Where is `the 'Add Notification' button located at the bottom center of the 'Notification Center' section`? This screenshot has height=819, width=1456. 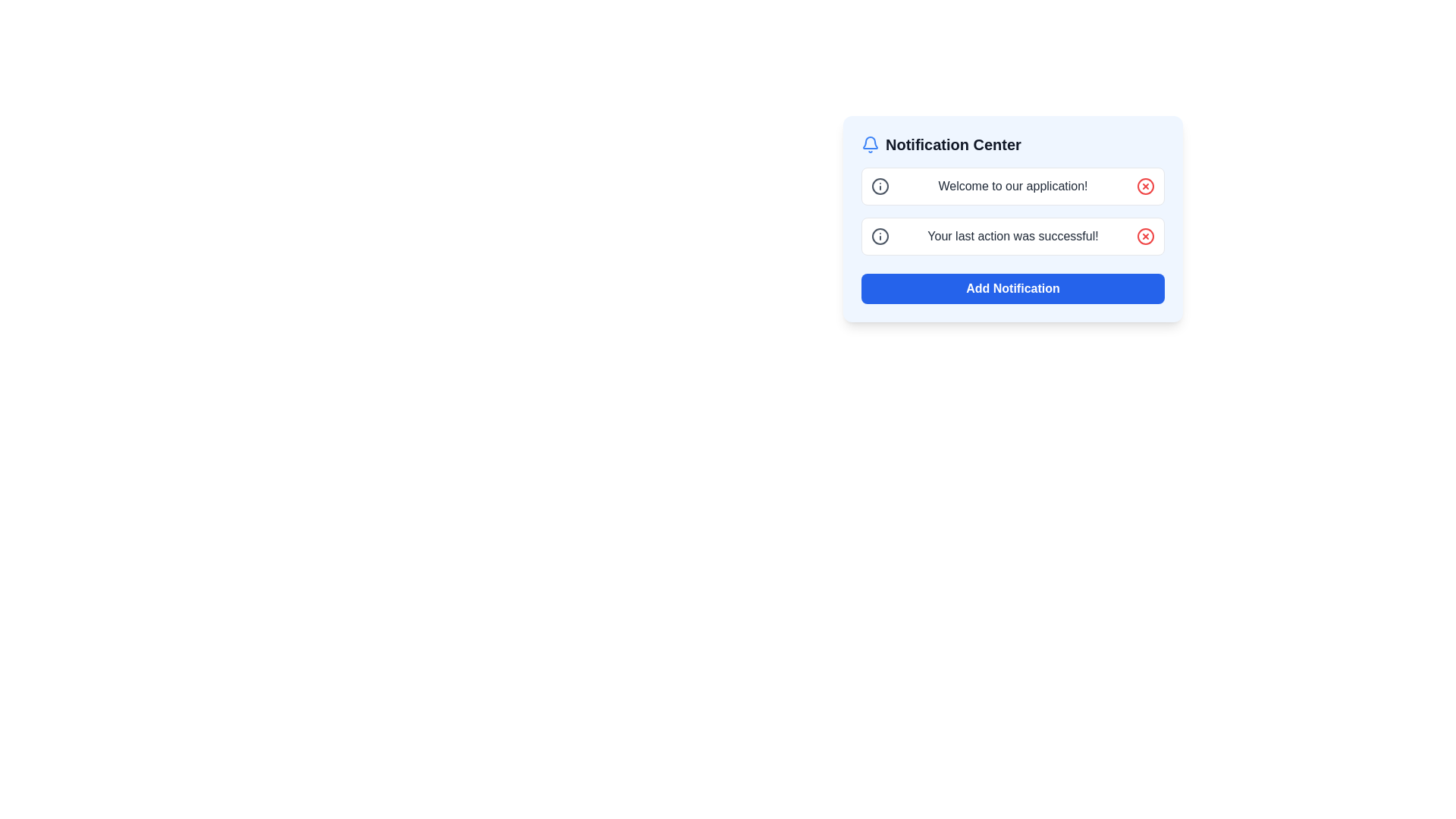 the 'Add Notification' button located at the bottom center of the 'Notification Center' section is located at coordinates (1012, 281).